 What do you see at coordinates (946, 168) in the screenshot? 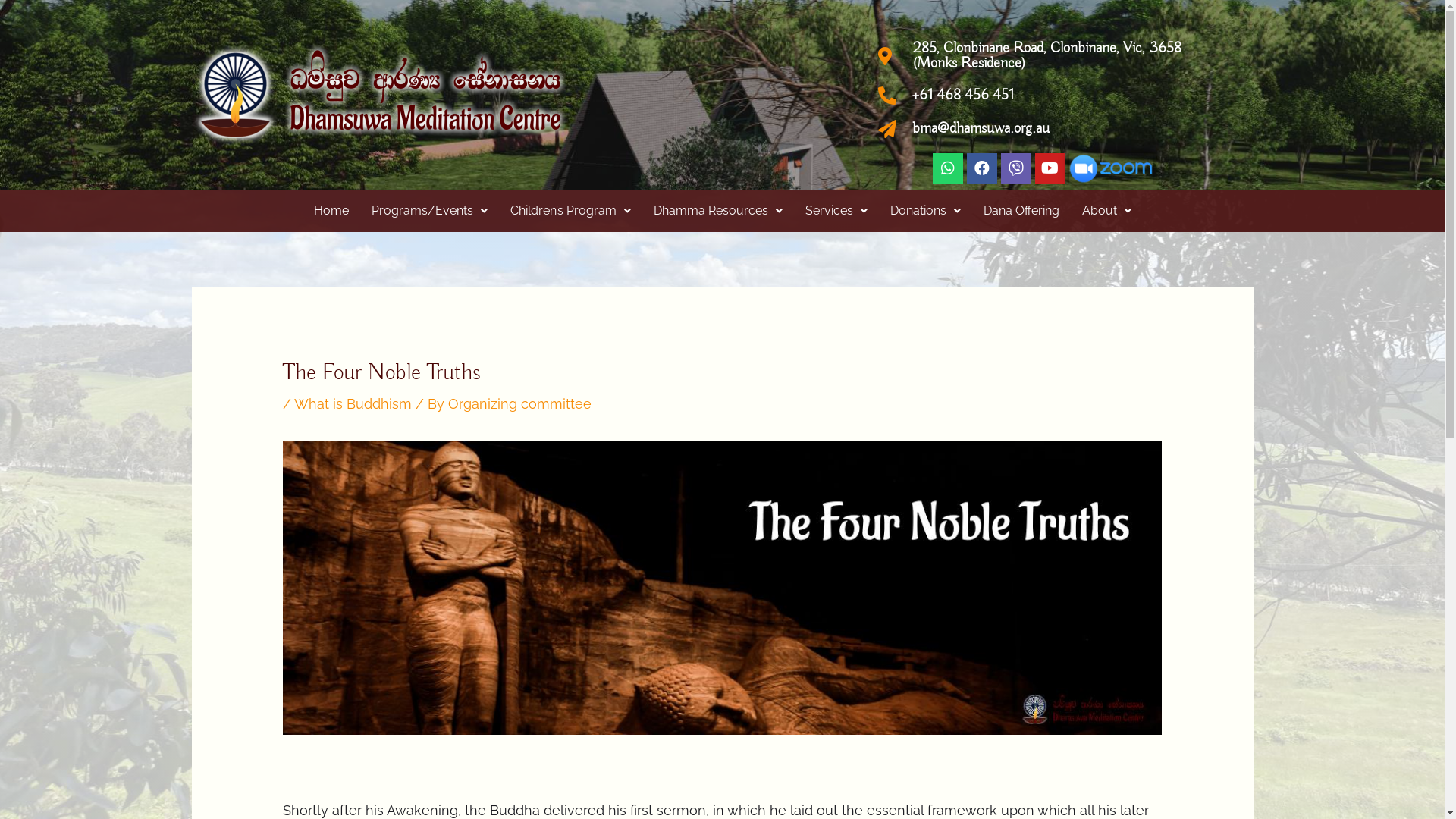
I see `'Whatsapp'` at bounding box center [946, 168].